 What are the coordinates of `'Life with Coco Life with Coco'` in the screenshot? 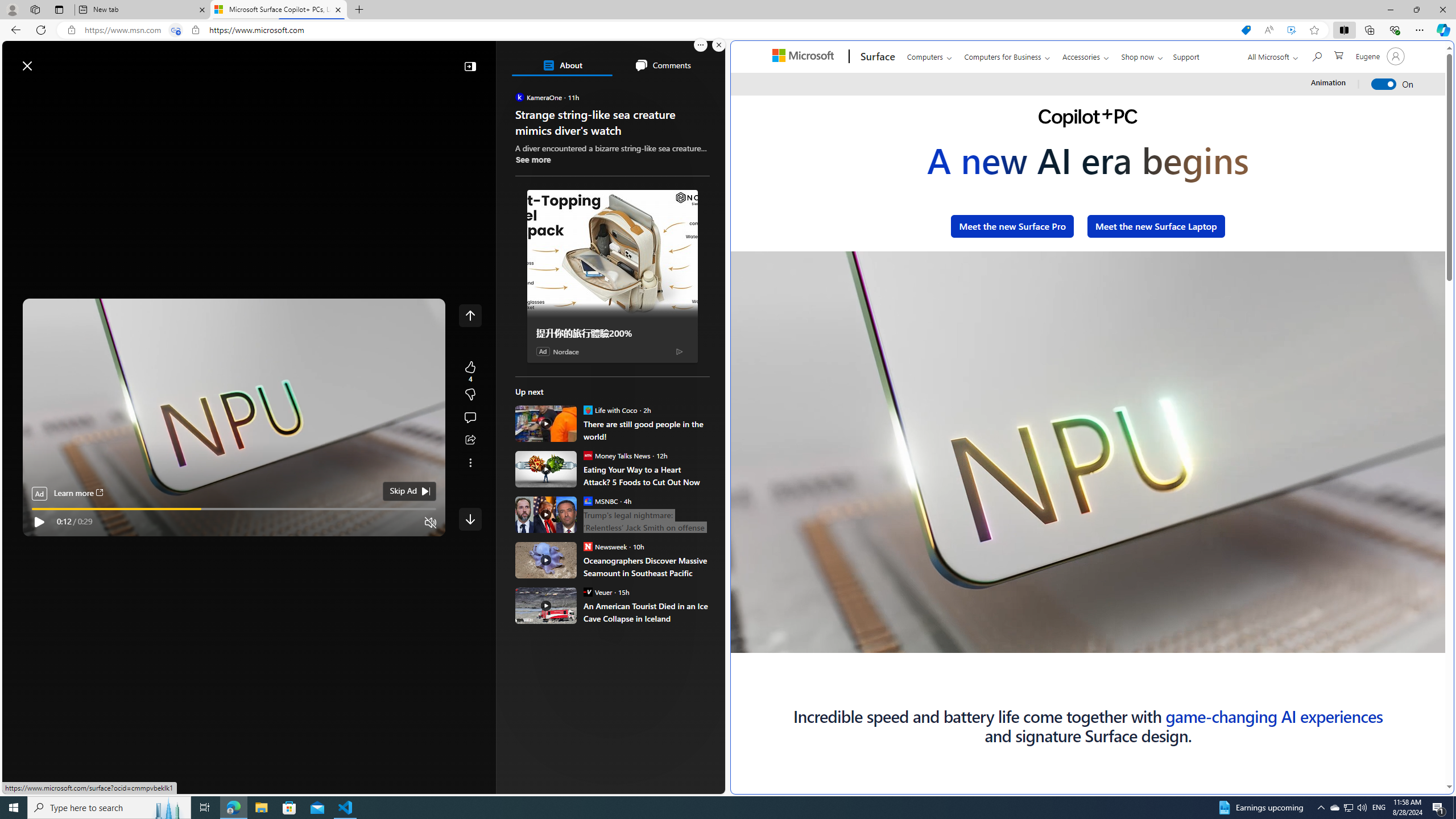 It's located at (610, 409).